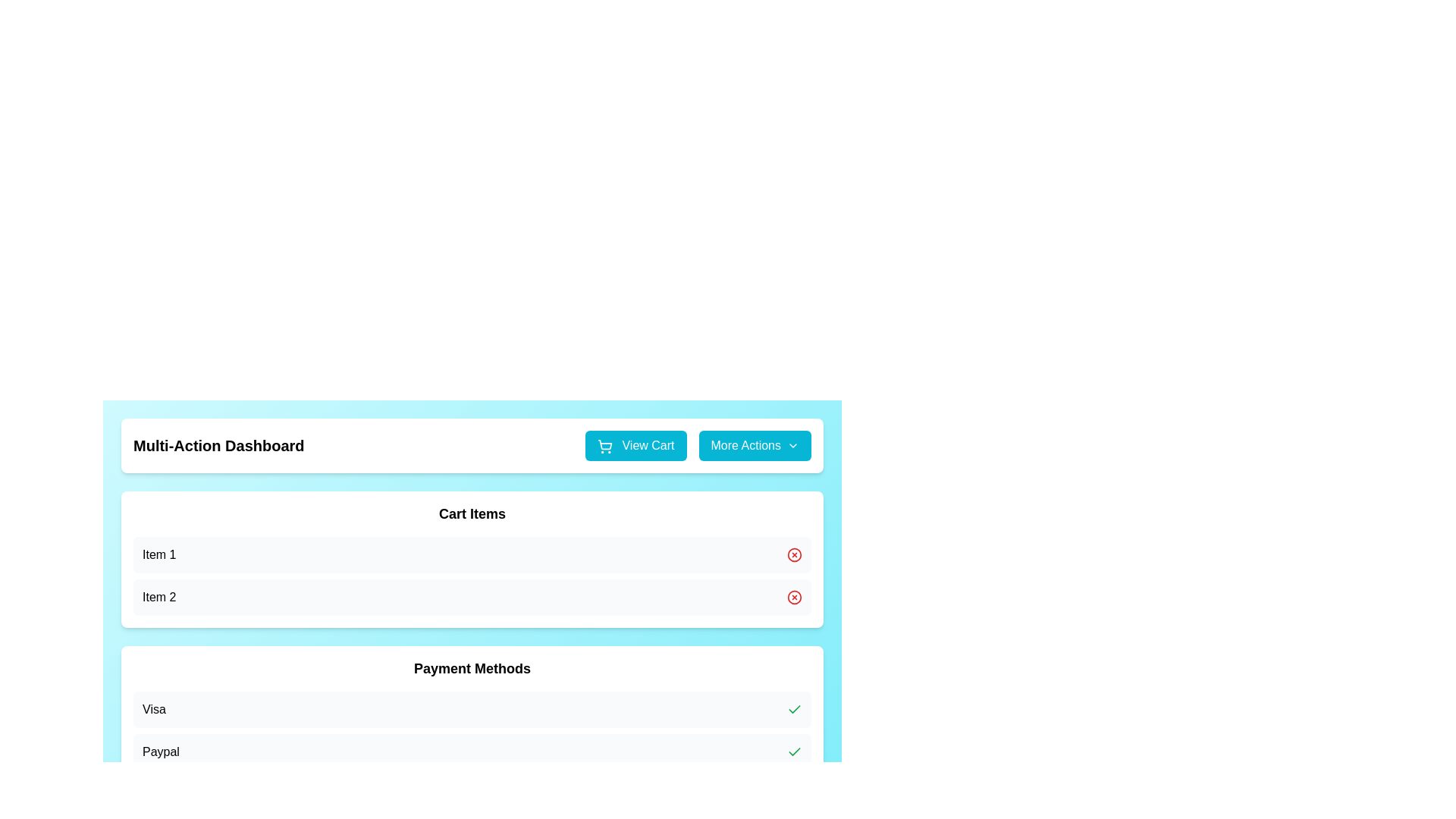 The height and width of the screenshot is (819, 1456). Describe the element at coordinates (792, 444) in the screenshot. I see `the chevron icon located at the right side of the 'More Actions' button` at that location.